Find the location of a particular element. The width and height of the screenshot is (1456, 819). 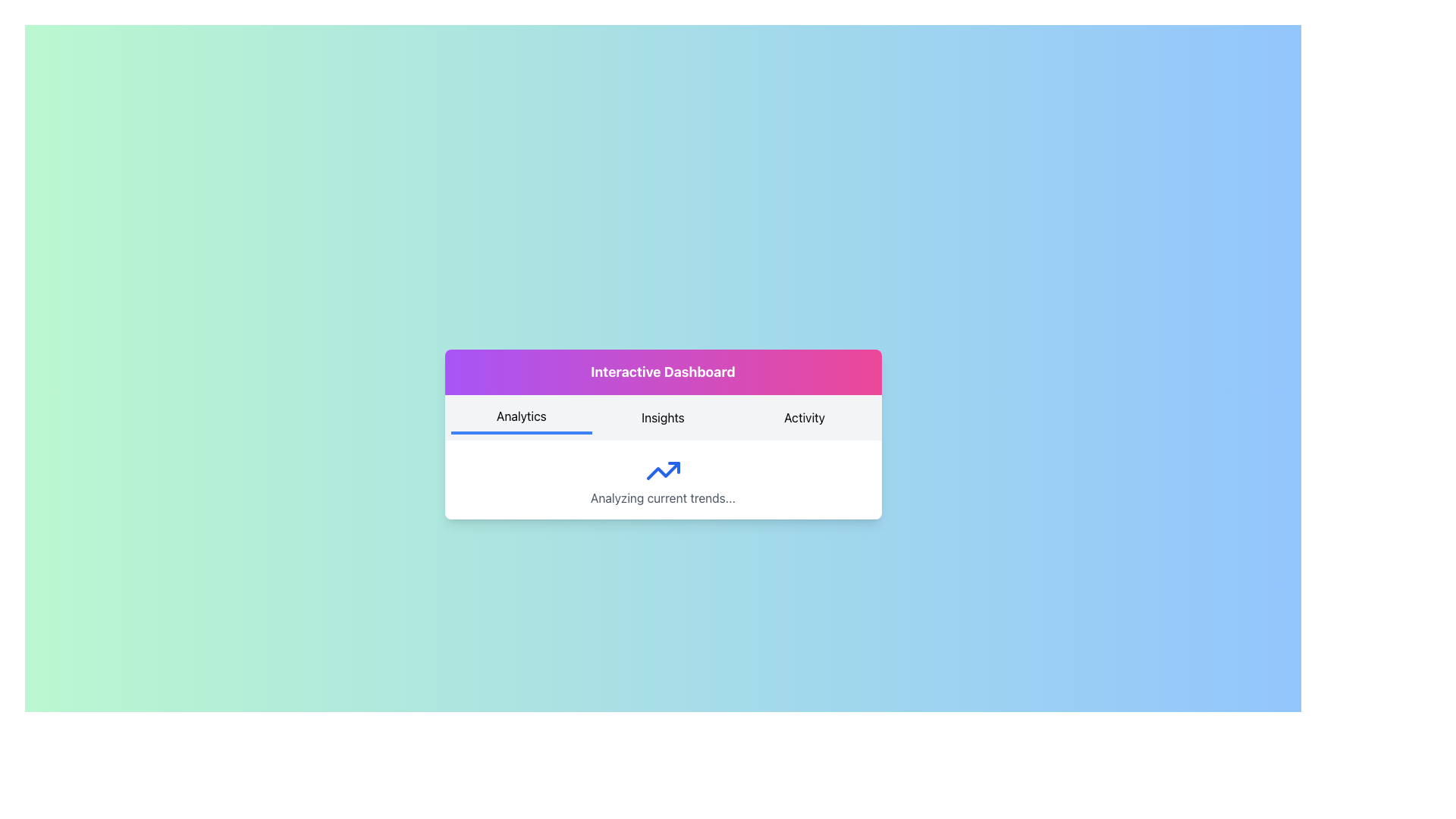

the bold, white text reading 'Interactive Dashboard' located in the header bar of the card-like component is located at coordinates (663, 372).